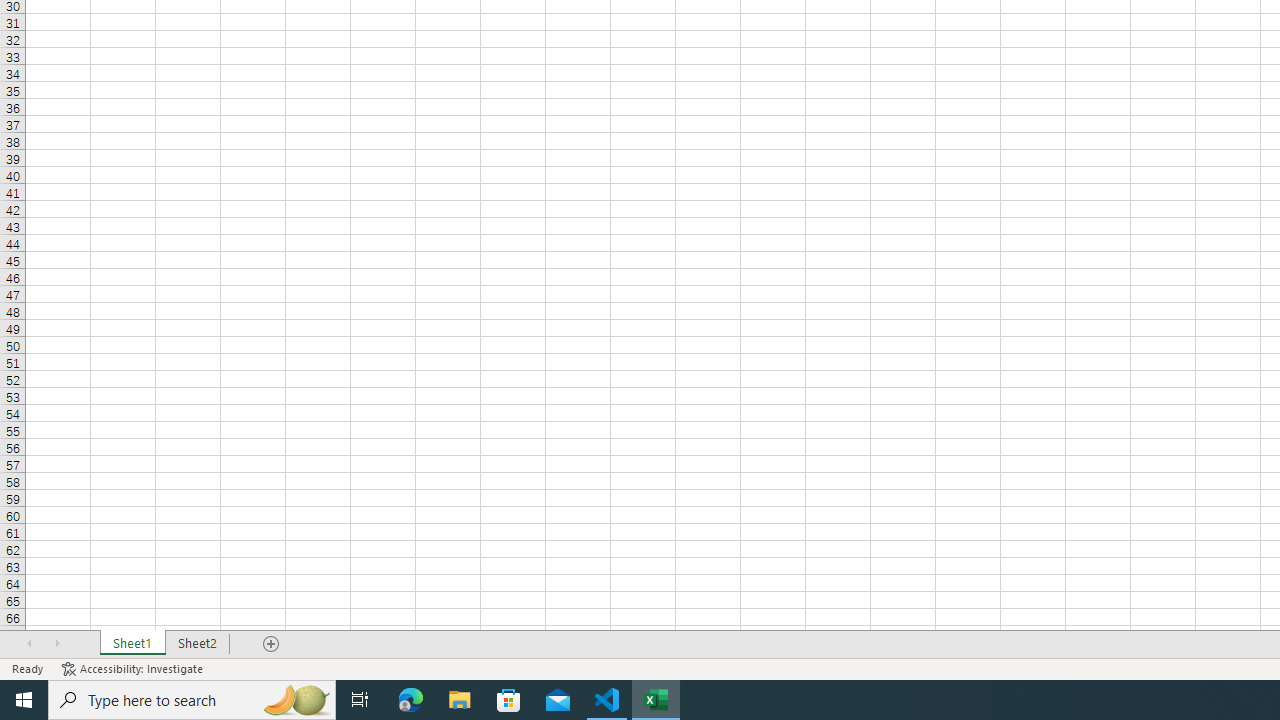  I want to click on 'Sheet2', so click(197, 644).